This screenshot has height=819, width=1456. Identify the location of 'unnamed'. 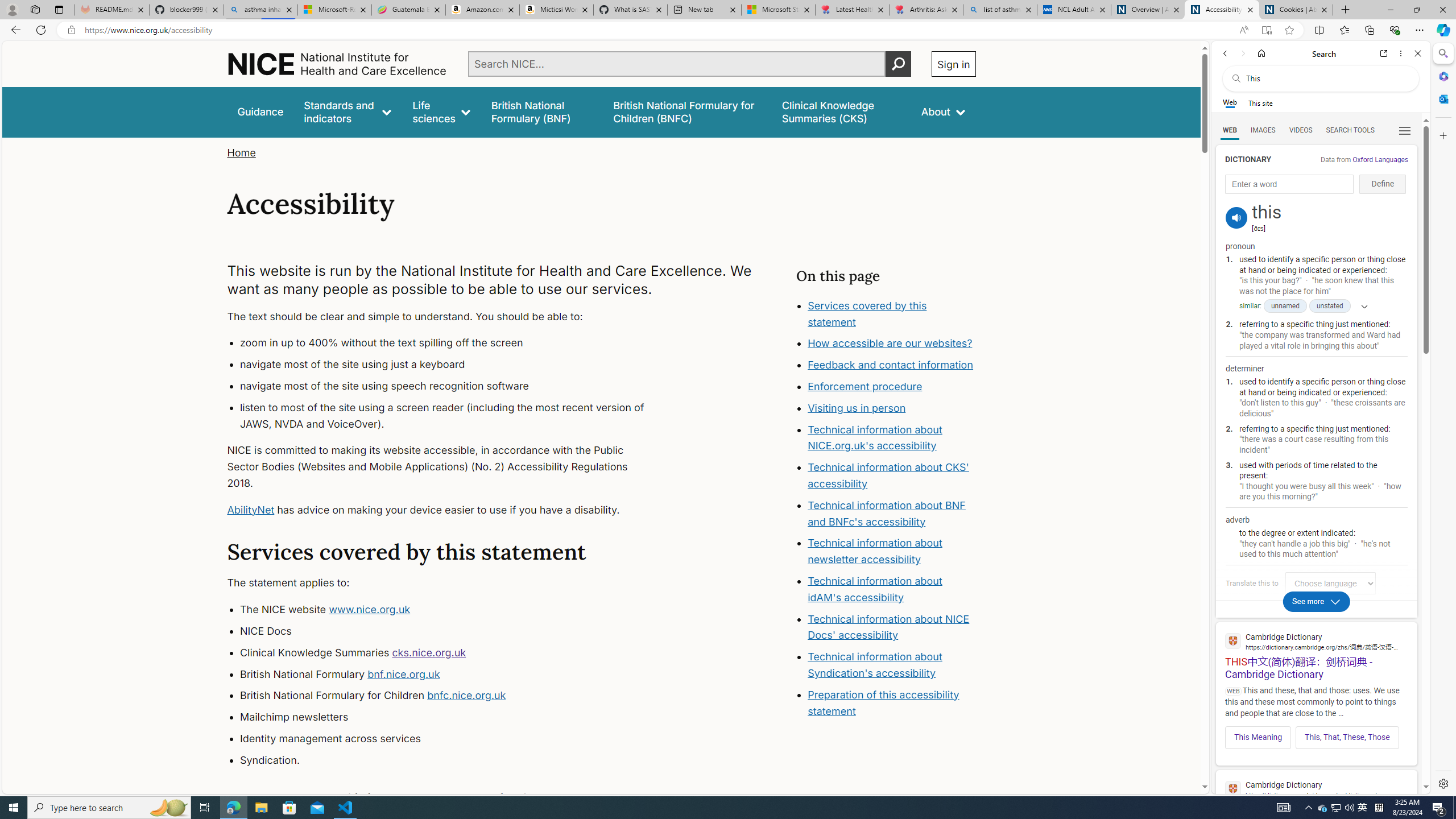
(1285, 305).